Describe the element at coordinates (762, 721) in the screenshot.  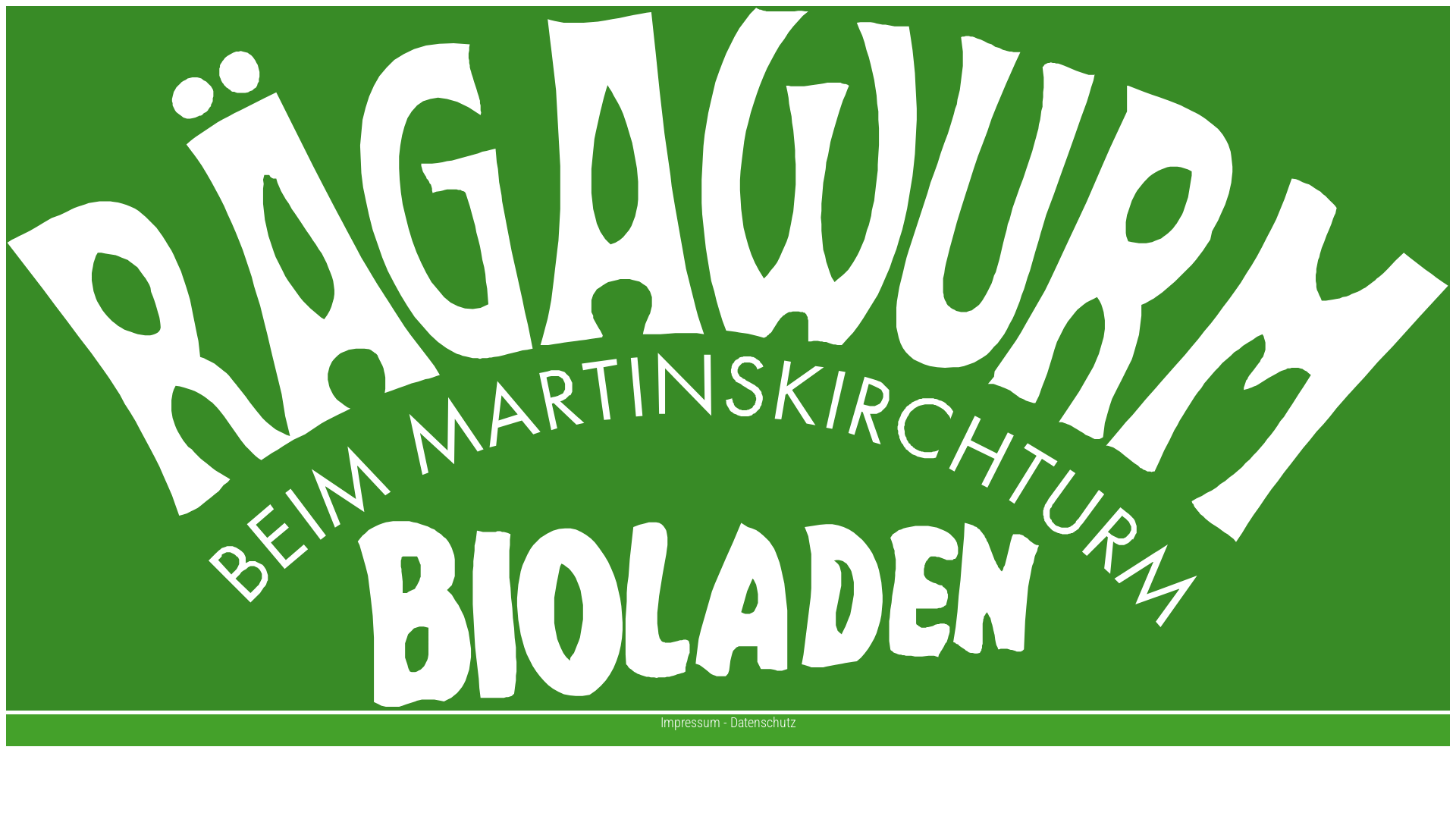
I see `'Datenschutz'` at that location.